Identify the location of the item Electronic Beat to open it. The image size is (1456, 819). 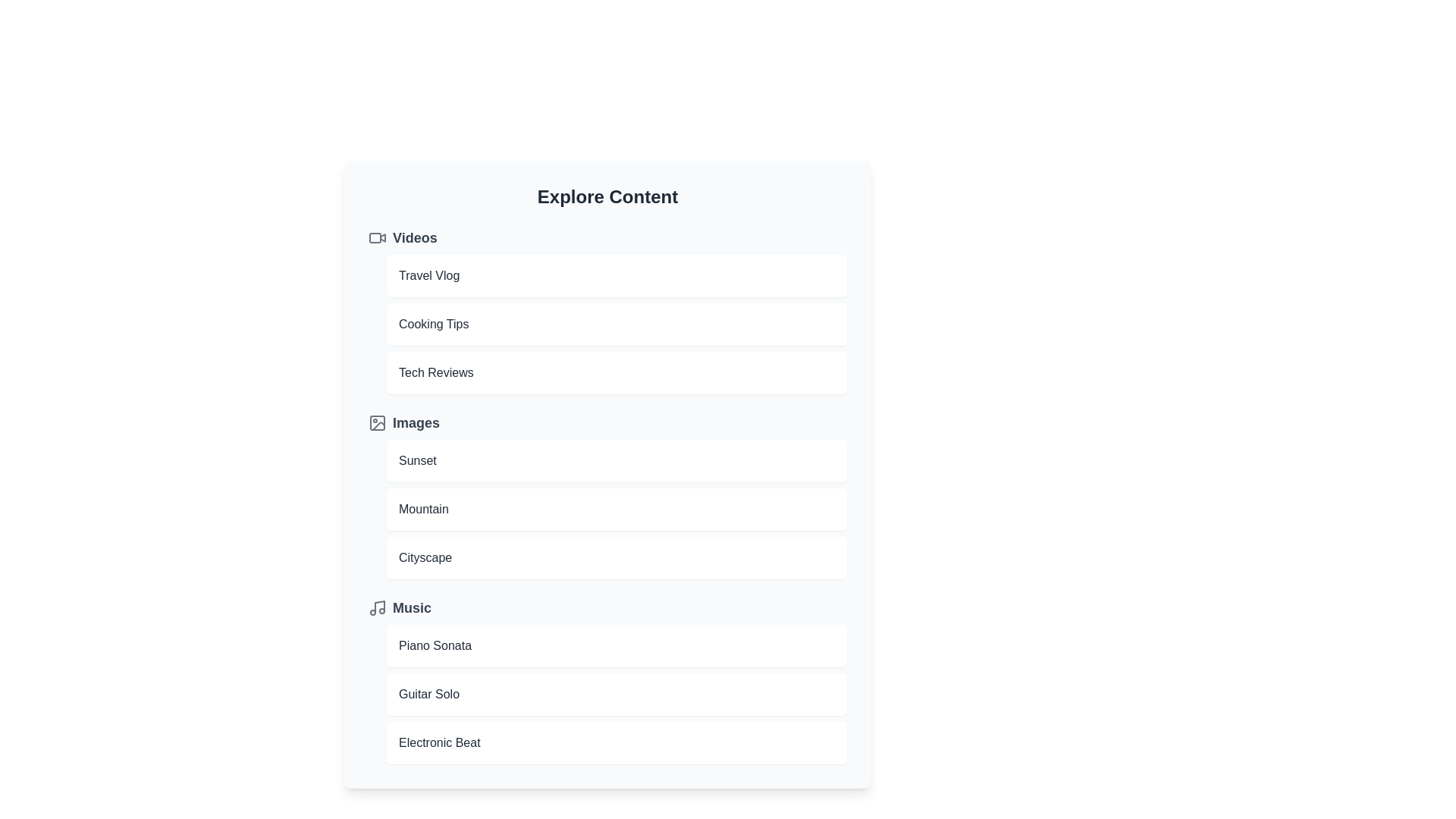
(617, 742).